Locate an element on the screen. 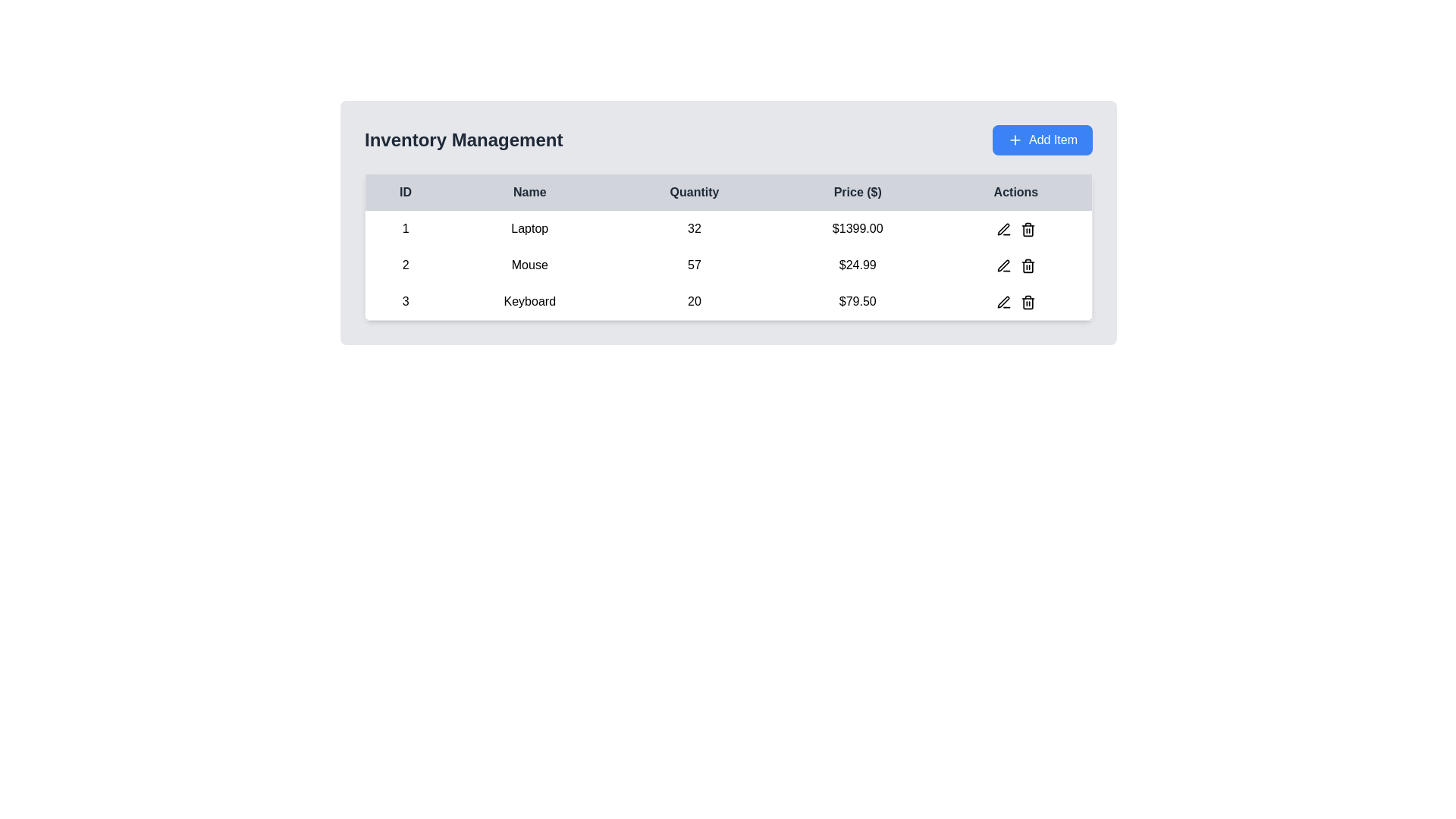  the text label displaying the quantity of the item 'Keyboard' in the inventory, located in the third cell of the corresponding table row is located at coordinates (694, 302).